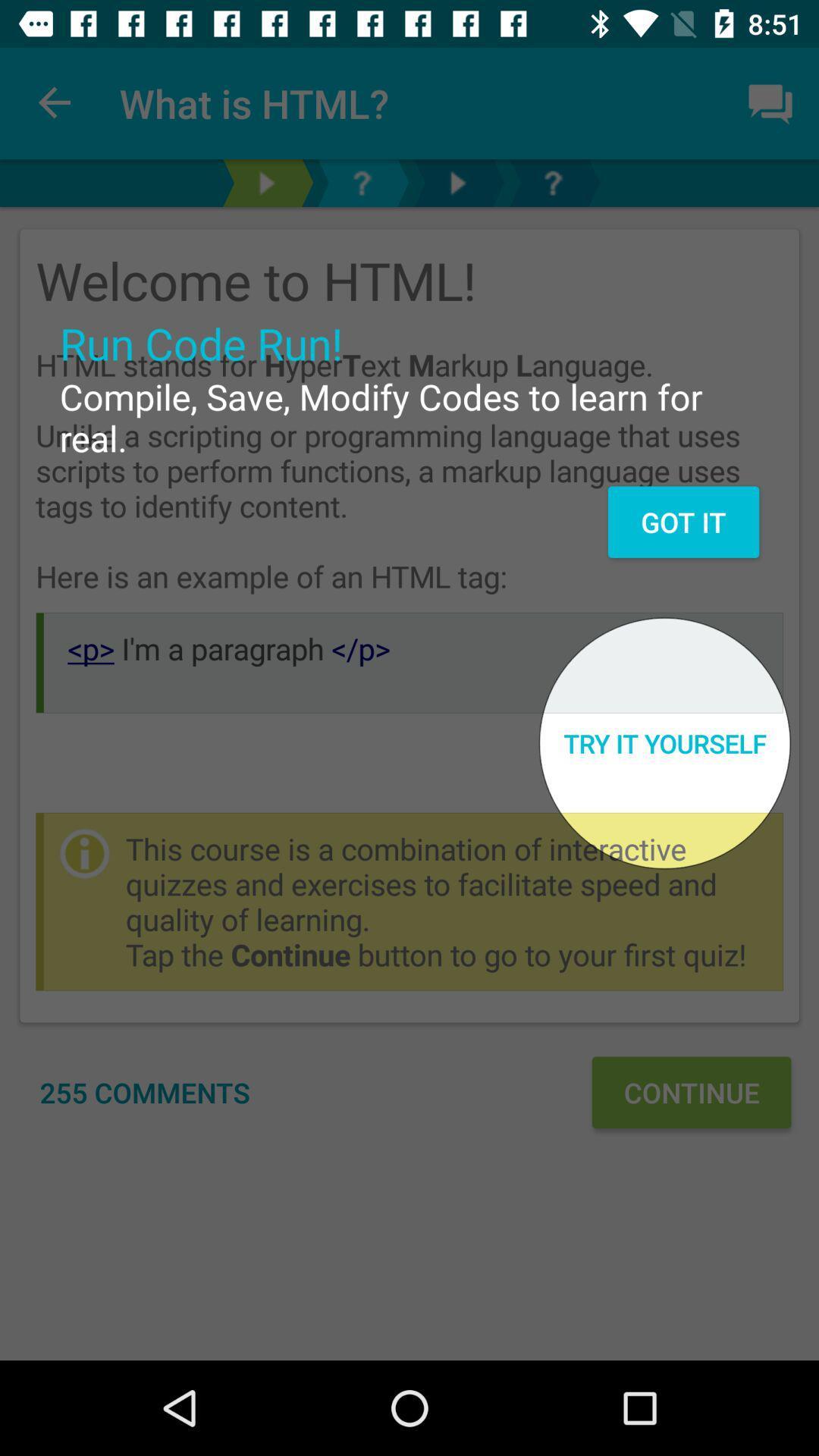 This screenshot has width=819, height=1456. What do you see at coordinates (456, 182) in the screenshot?
I see `the this step` at bounding box center [456, 182].